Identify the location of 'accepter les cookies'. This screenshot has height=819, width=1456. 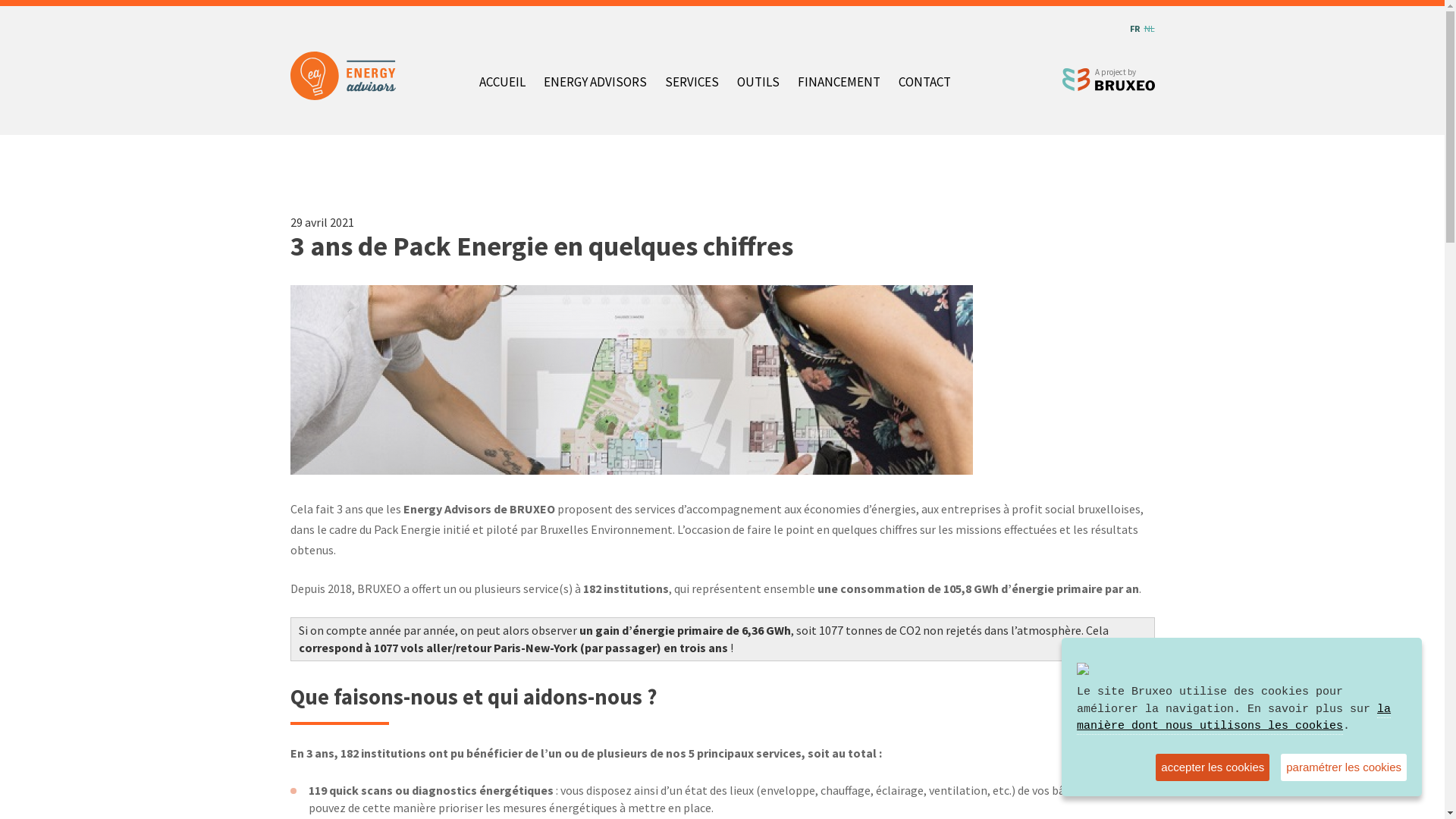
(1211, 767).